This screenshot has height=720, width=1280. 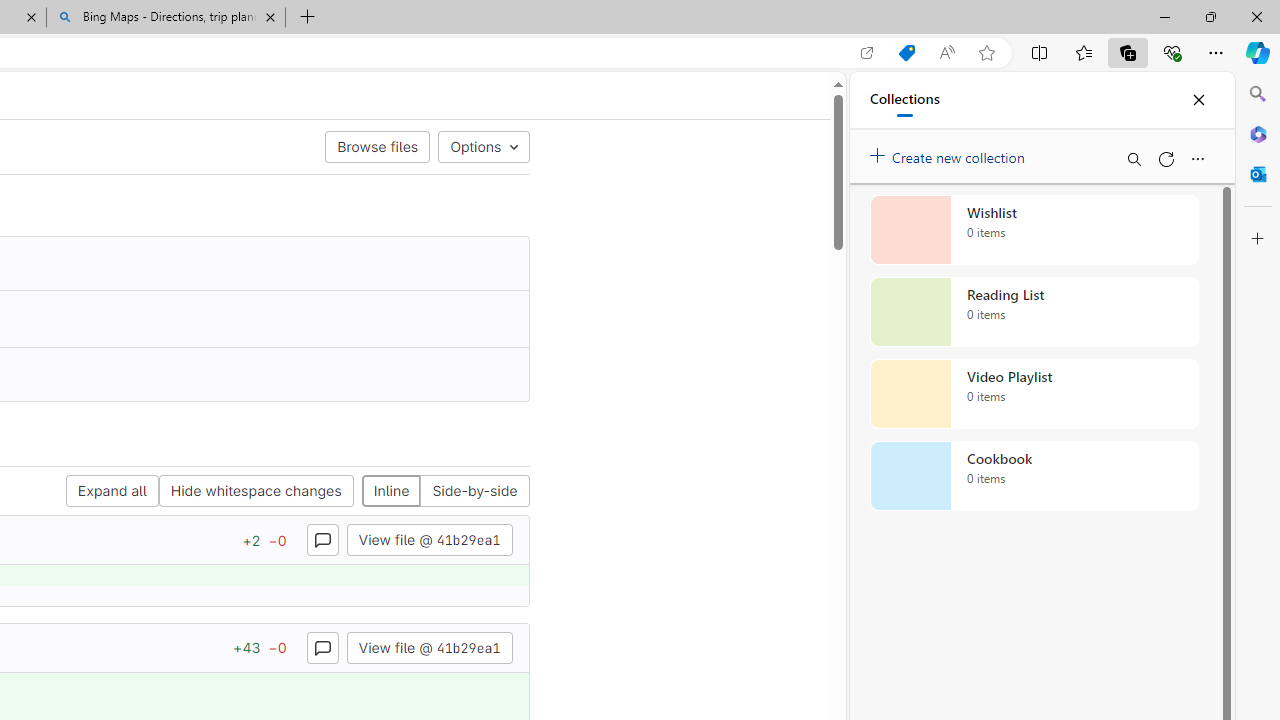 I want to click on 'Split screen', so click(x=1040, y=51).